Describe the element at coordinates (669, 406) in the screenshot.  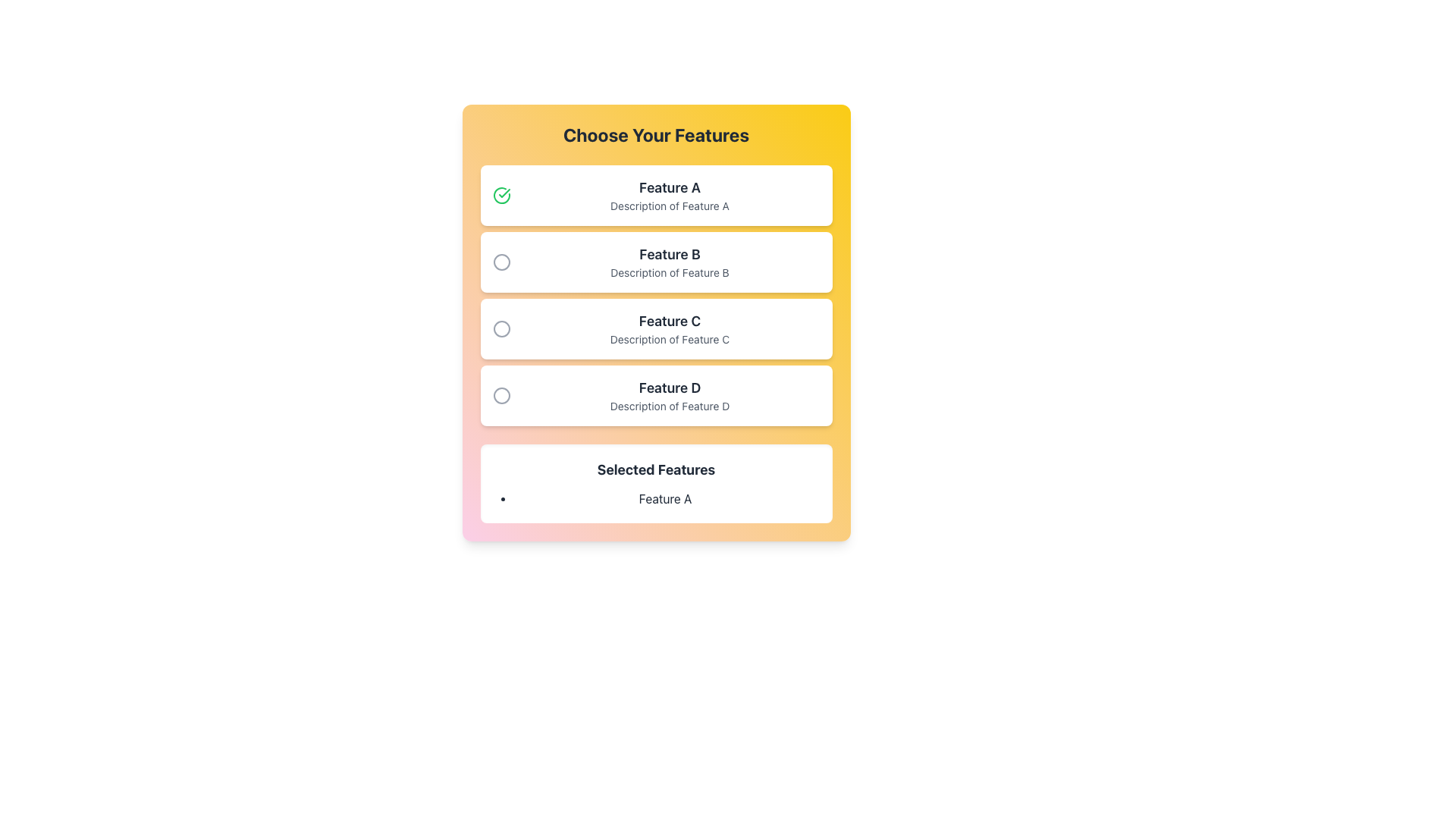
I see `the static text label providing information for 'Feature D', located under its title in the feature selection section` at that location.